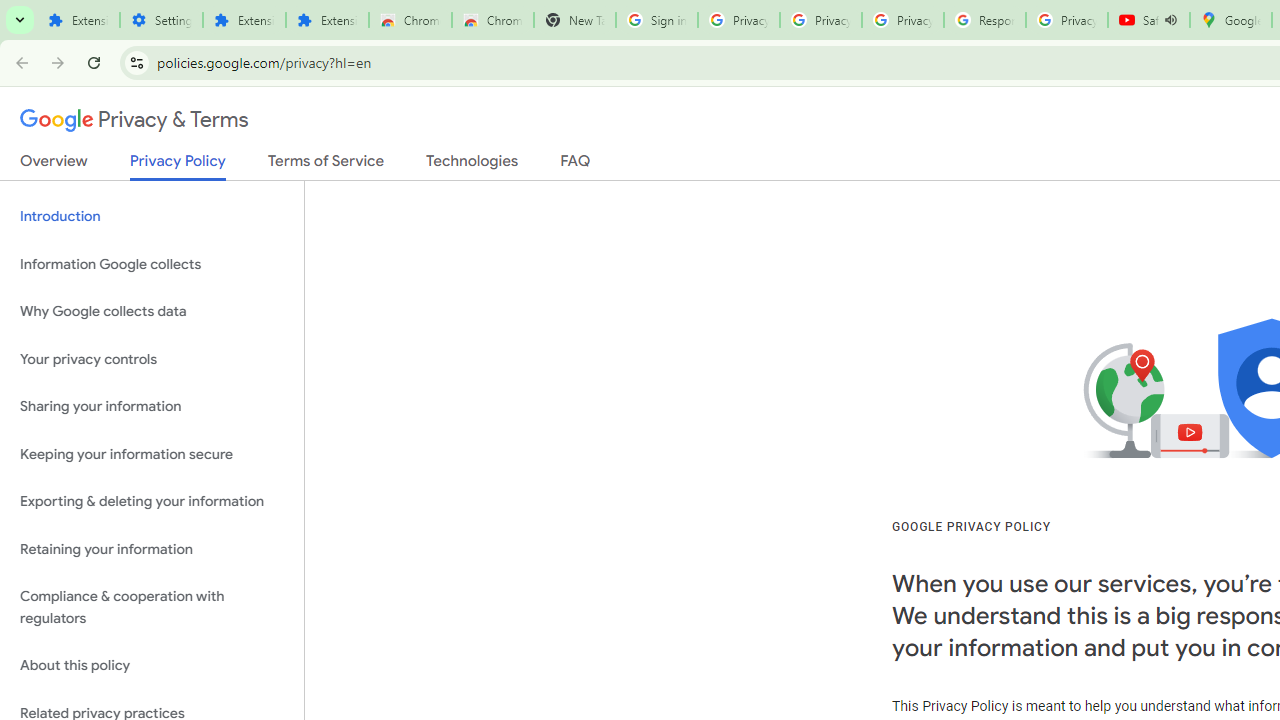 The image size is (1280, 720). Describe the element at coordinates (327, 20) in the screenshot. I see `'Extensions'` at that location.